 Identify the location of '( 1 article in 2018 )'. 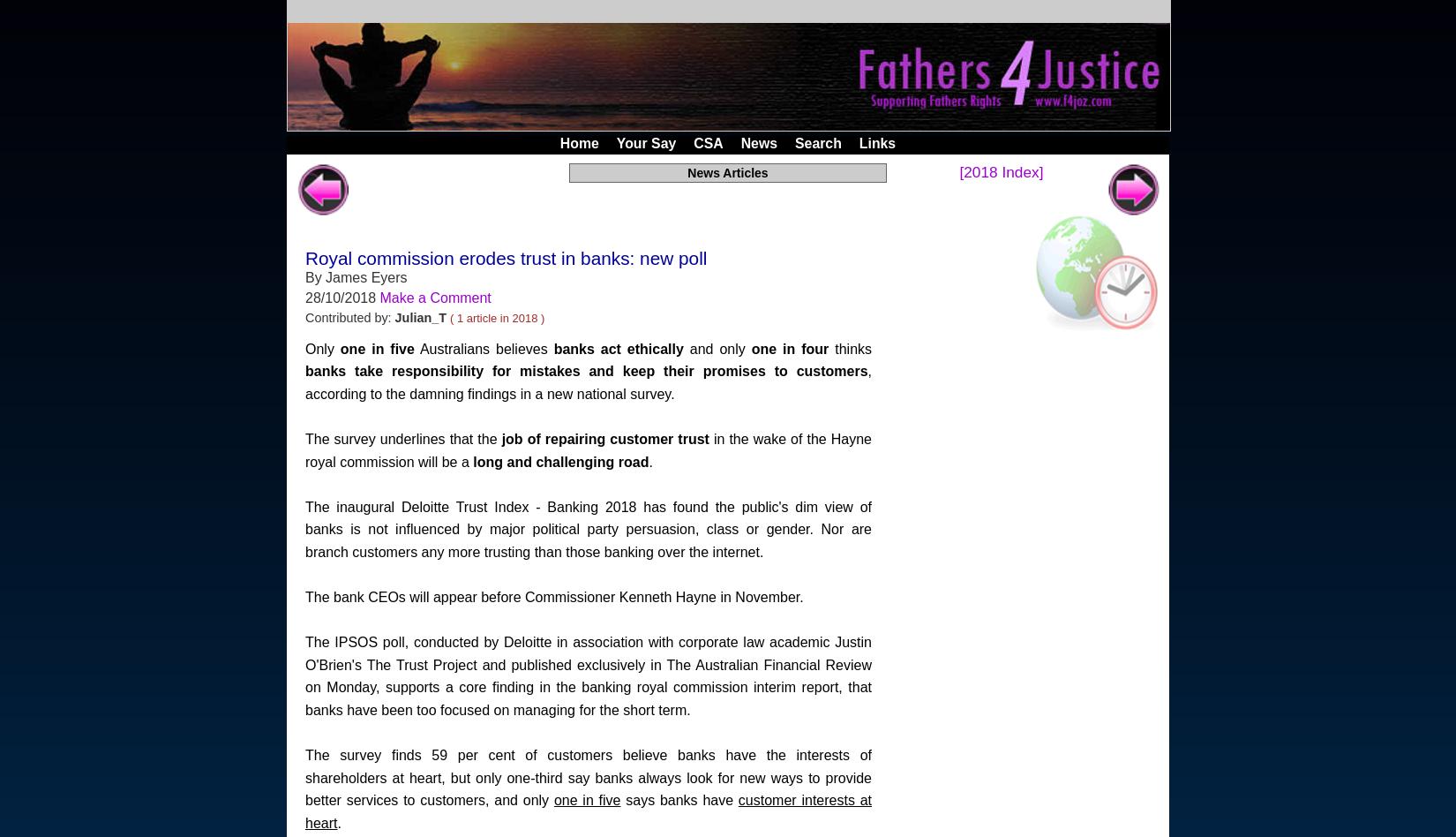
(495, 317).